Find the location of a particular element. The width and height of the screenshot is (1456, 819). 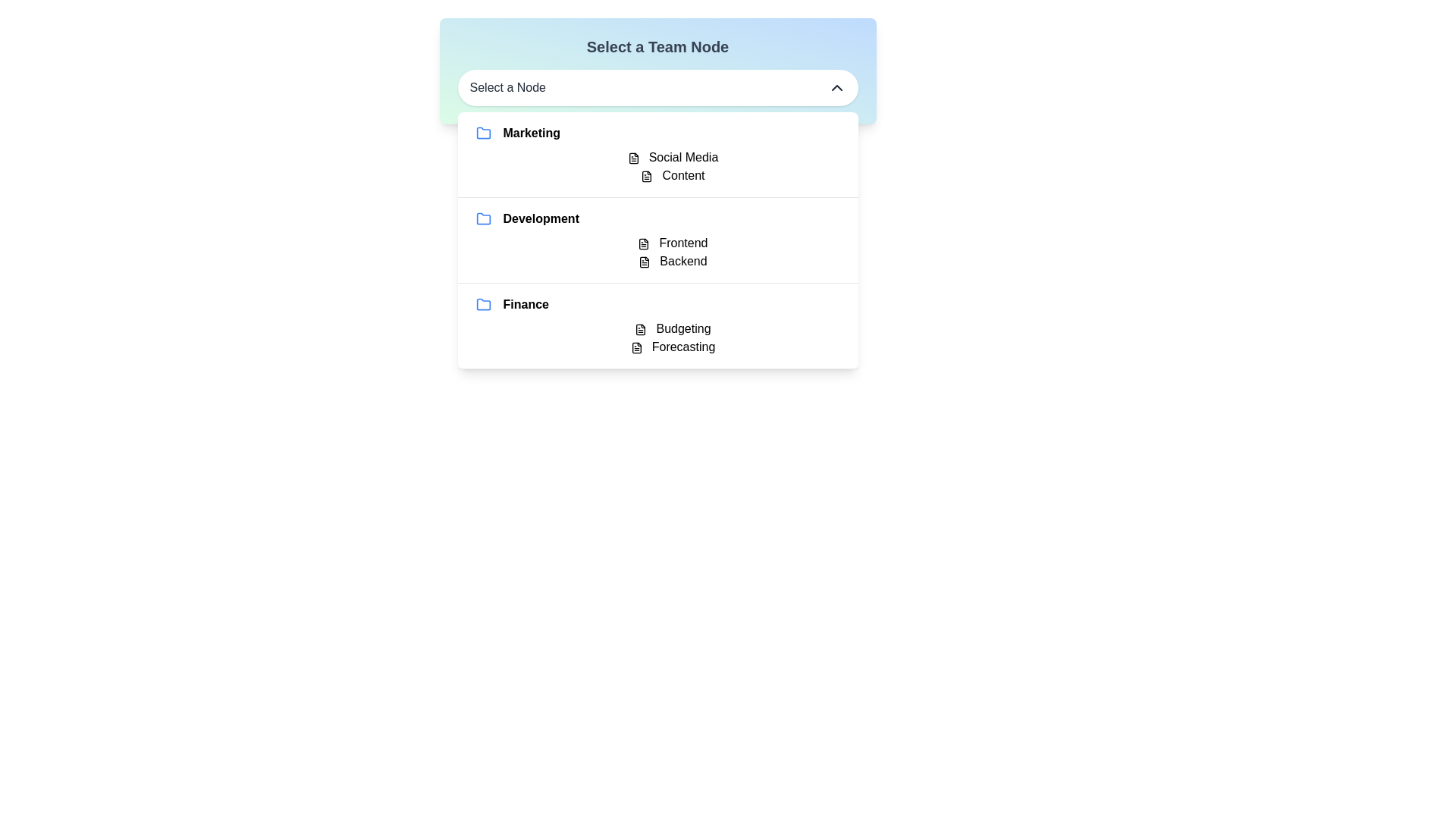

a specific option in the dropdown menu located below the 'Select a Team Node' label, which features sections like 'Marketing', 'Development', and 'Finance' is located at coordinates (657, 240).